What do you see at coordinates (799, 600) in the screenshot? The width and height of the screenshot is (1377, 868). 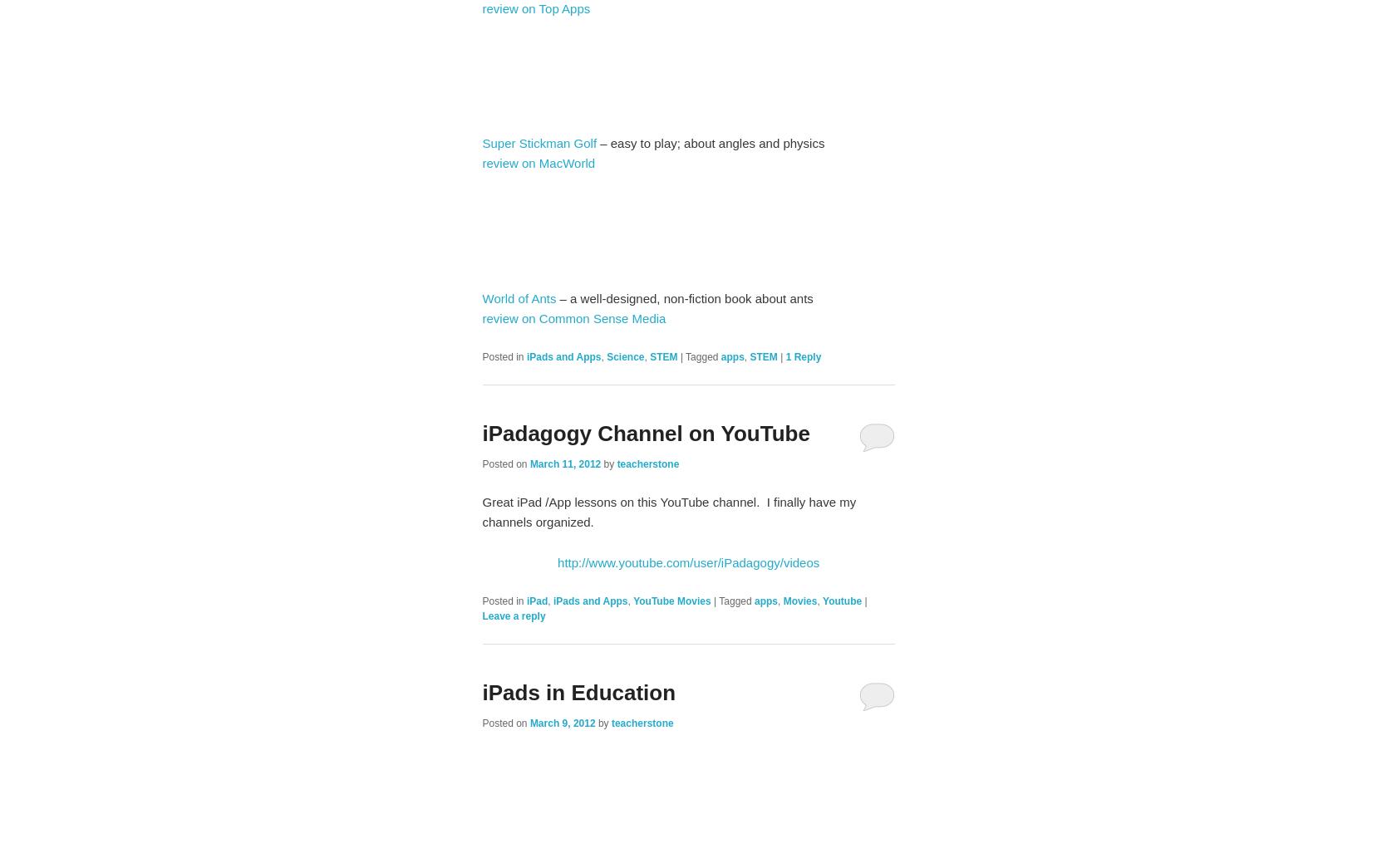 I see `'Movies'` at bounding box center [799, 600].